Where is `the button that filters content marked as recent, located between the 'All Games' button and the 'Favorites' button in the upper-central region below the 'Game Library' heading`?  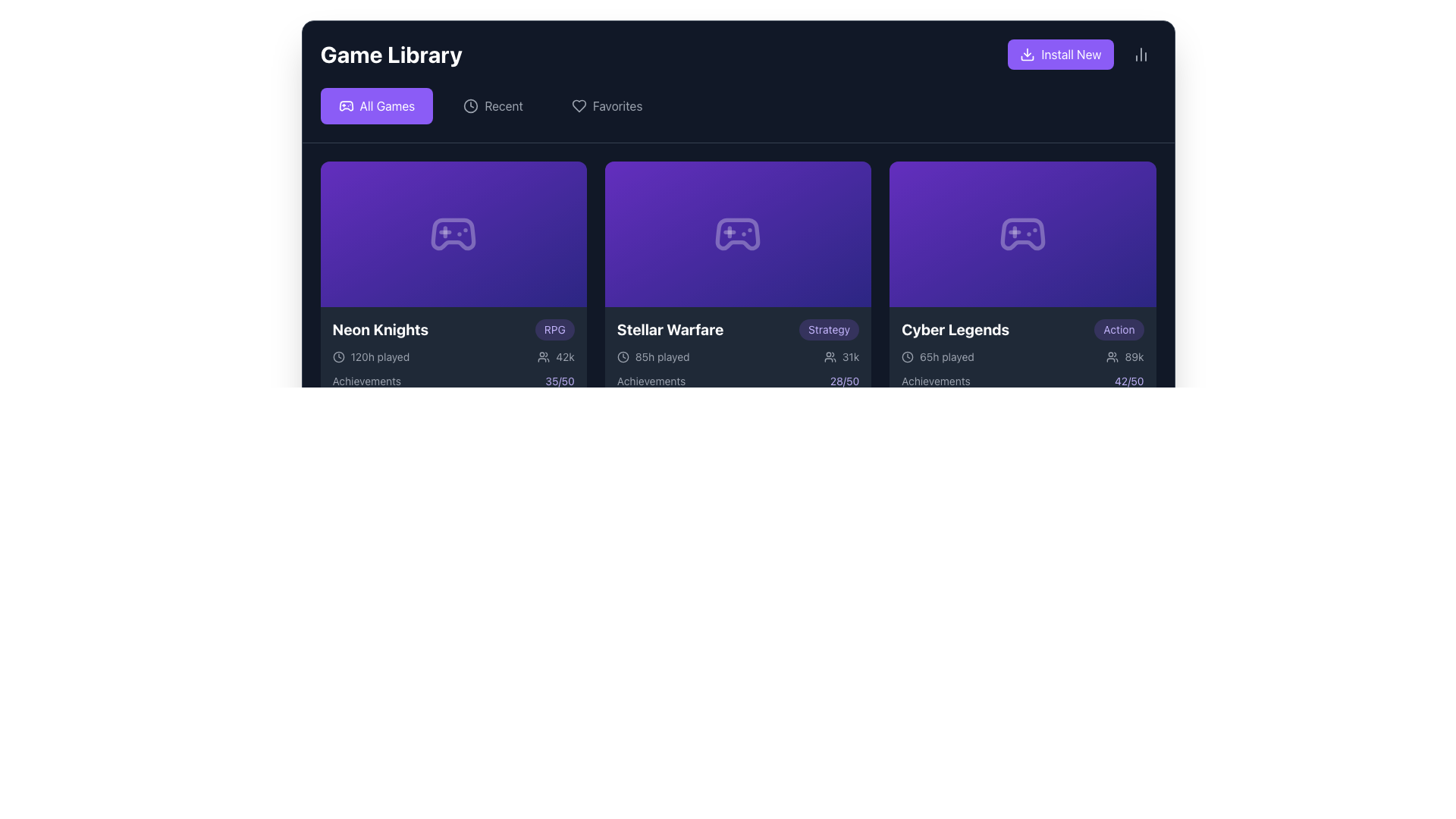
the button that filters content marked as recent, located between the 'All Games' button and the 'Favorites' button in the upper-central region below the 'Game Library' heading is located at coordinates (493, 105).